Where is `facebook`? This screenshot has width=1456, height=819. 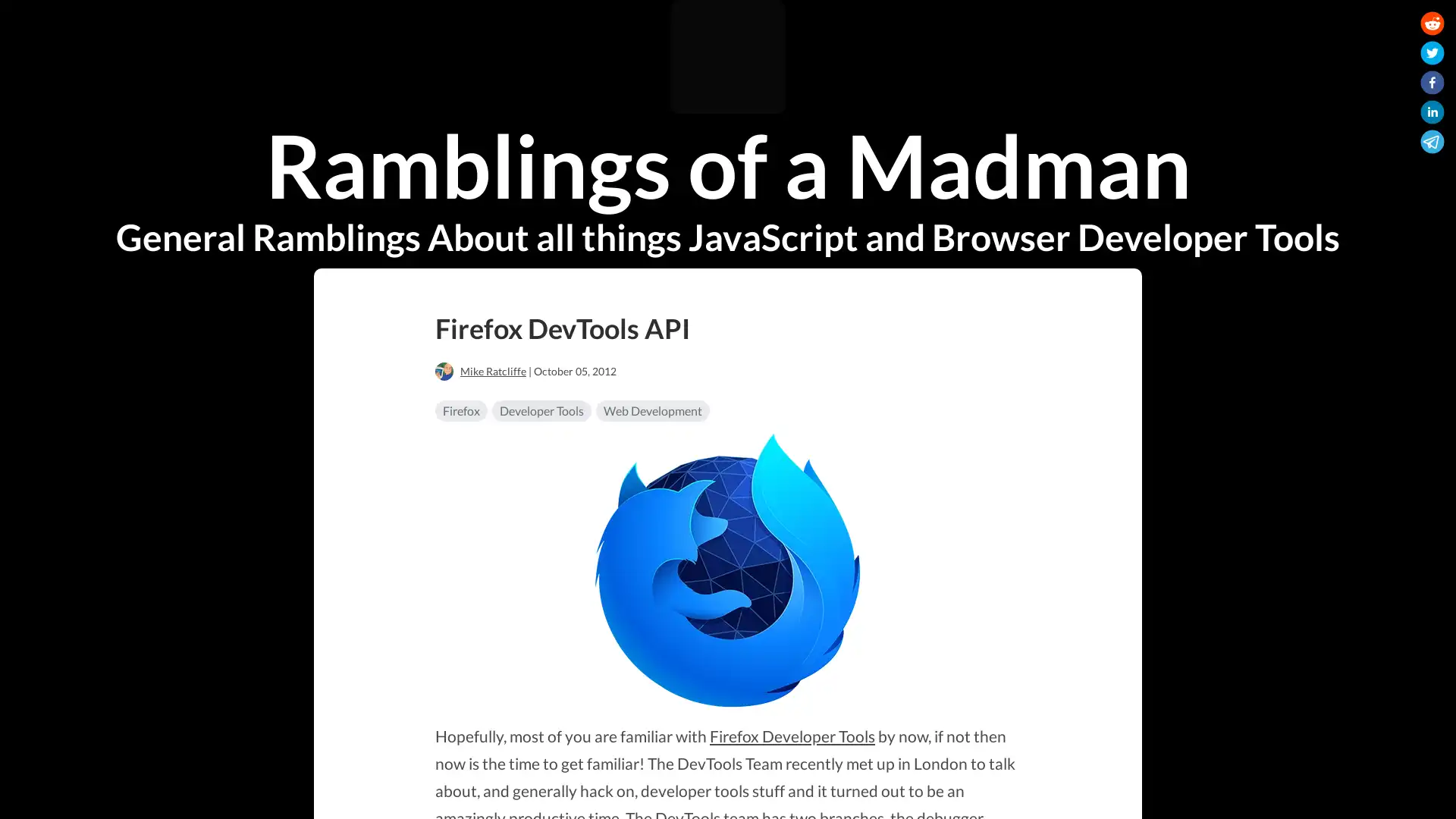
facebook is located at coordinates (1432, 85).